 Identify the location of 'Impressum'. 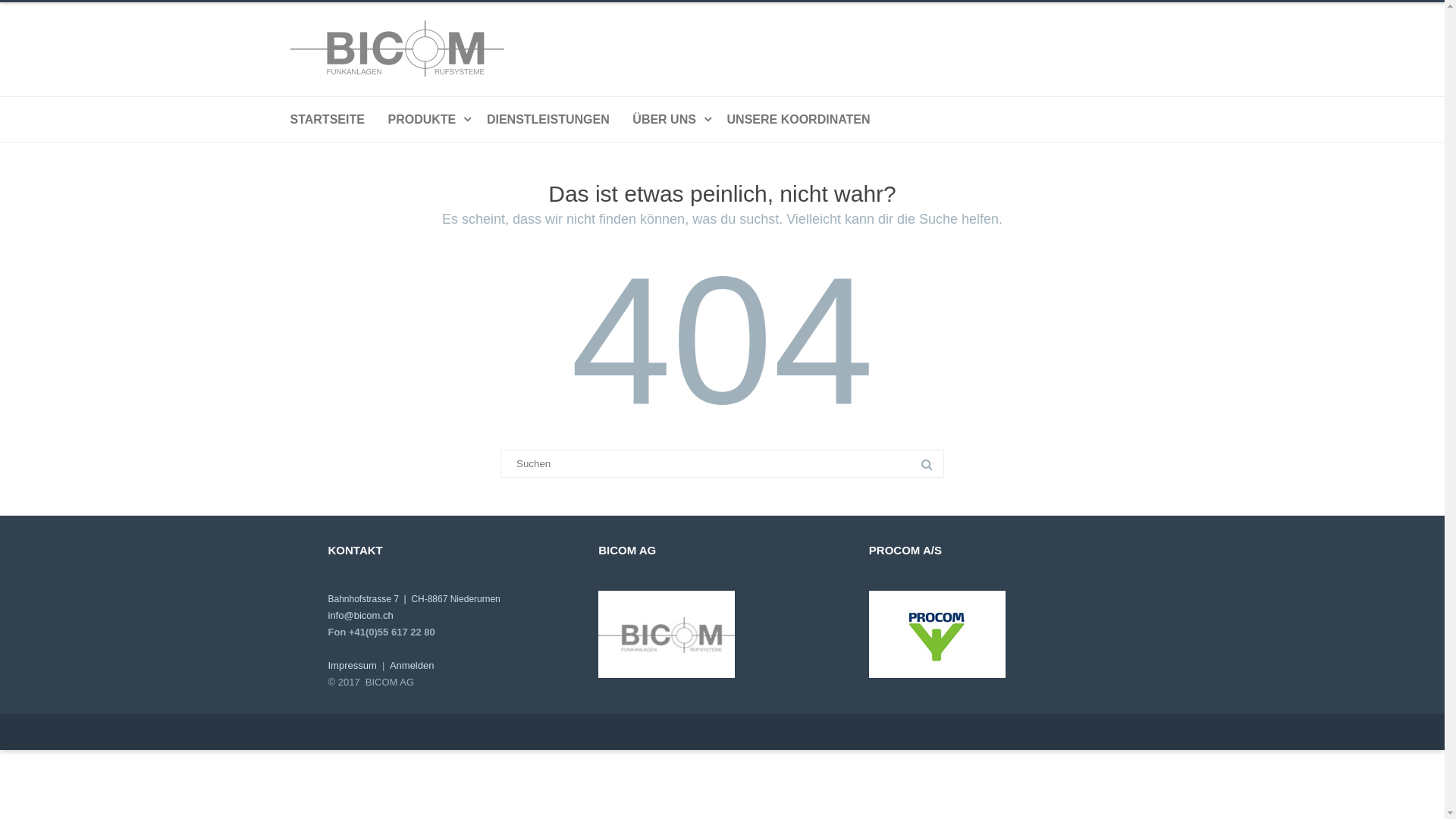
(351, 664).